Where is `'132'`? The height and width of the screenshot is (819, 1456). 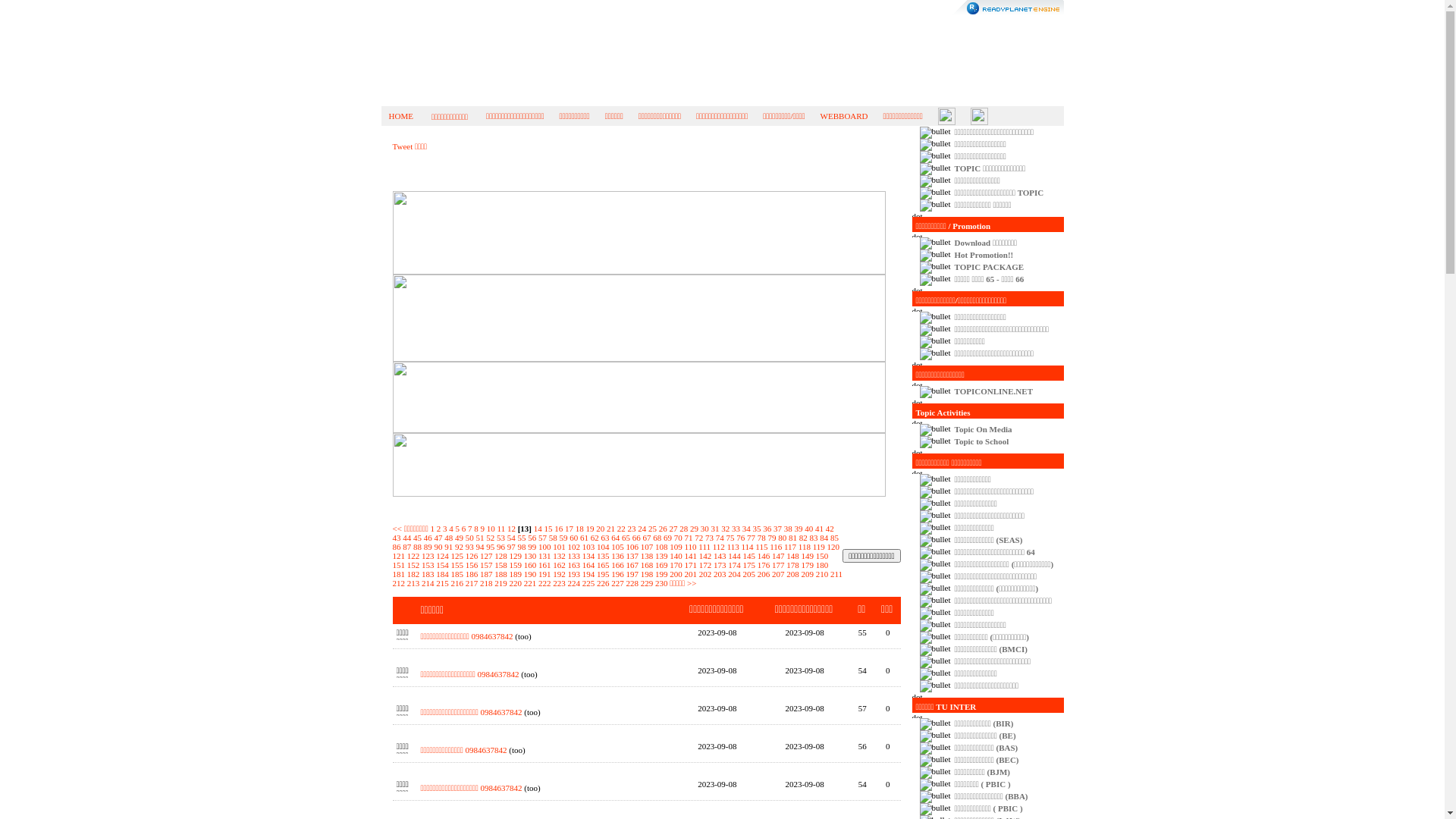 '132' is located at coordinates (552, 555).